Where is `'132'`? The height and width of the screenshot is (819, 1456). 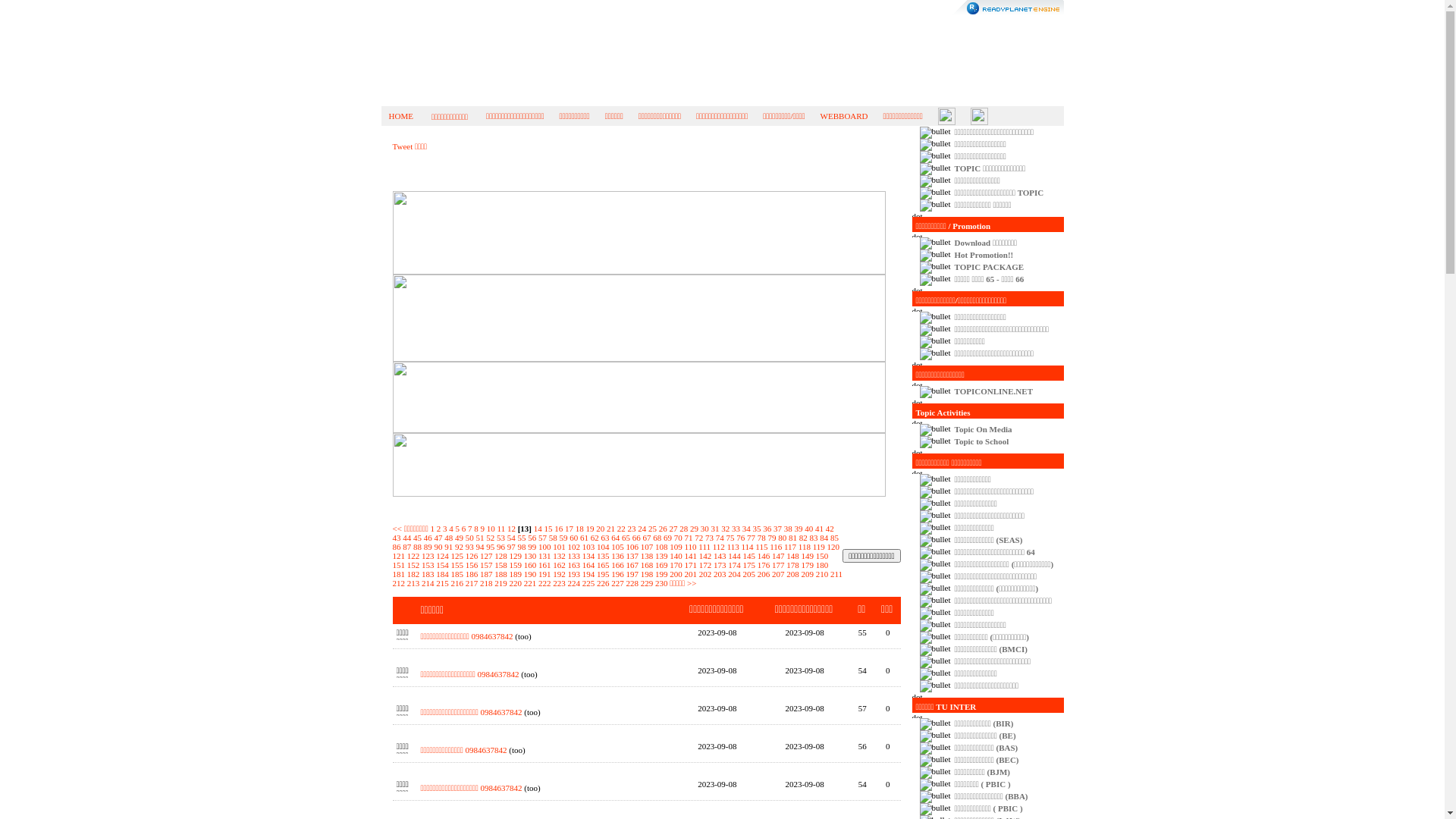 '132' is located at coordinates (552, 555).